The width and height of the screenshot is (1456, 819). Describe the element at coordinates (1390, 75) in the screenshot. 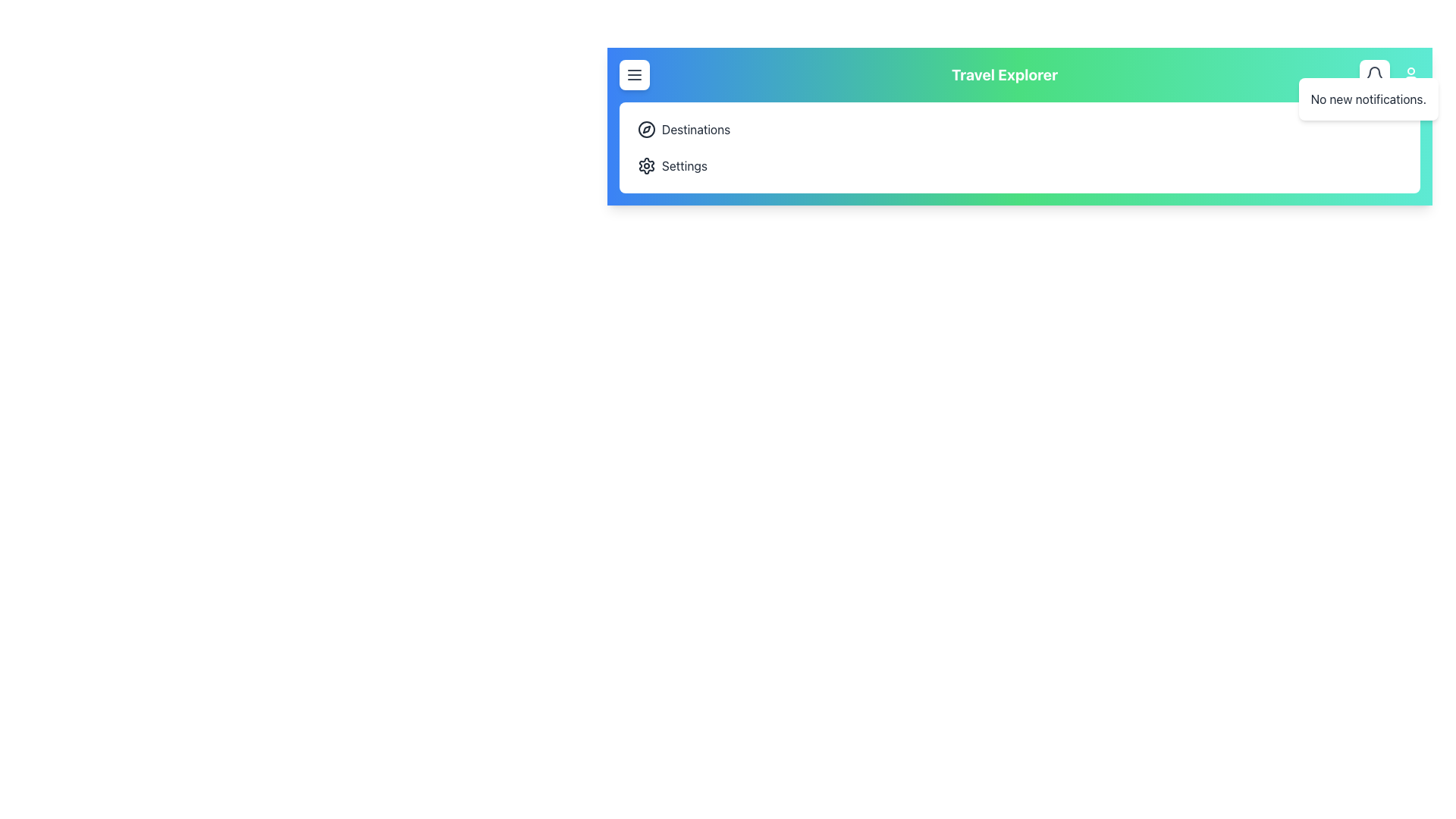

I see `the user profile icon located in the top-right corner of the interface, adjacent to the title 'Travel Explorer'` at that location.